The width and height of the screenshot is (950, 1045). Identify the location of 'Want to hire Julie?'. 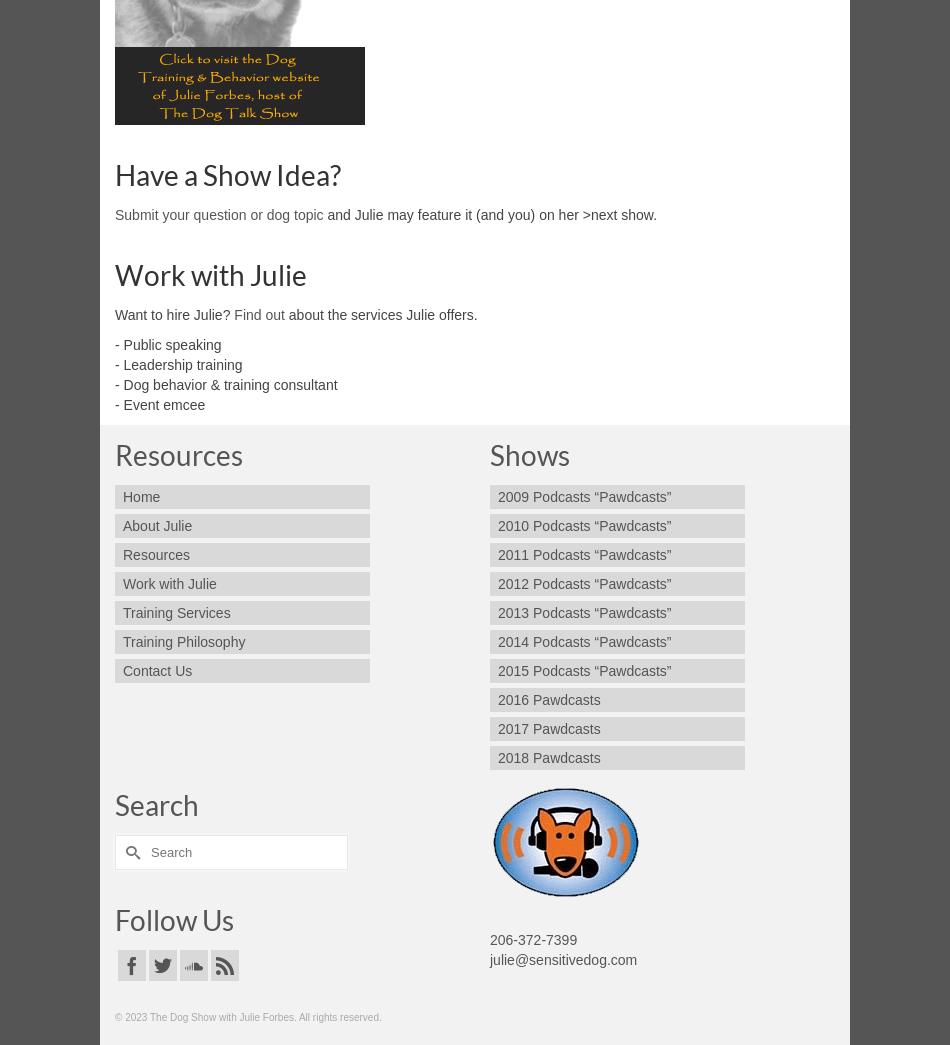
(174, 314).